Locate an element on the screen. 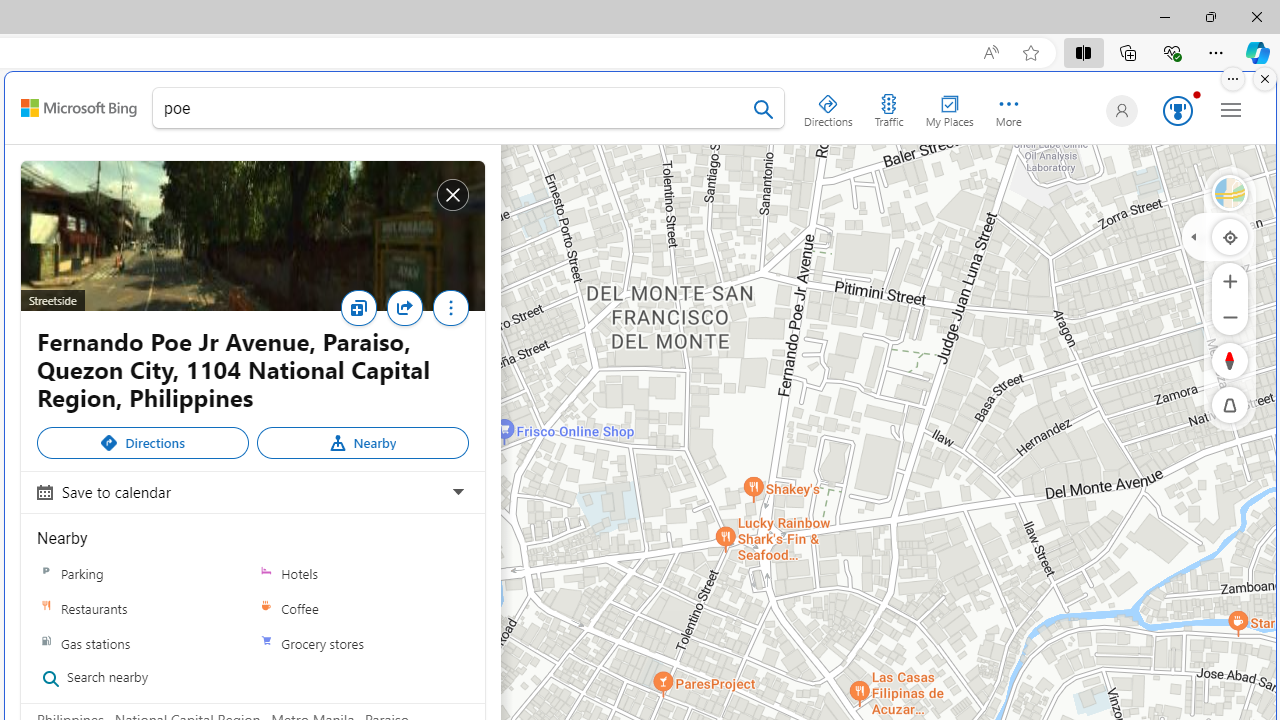  'AutomationID: serp_medal_svg' is located at coordinates (1178, 110).